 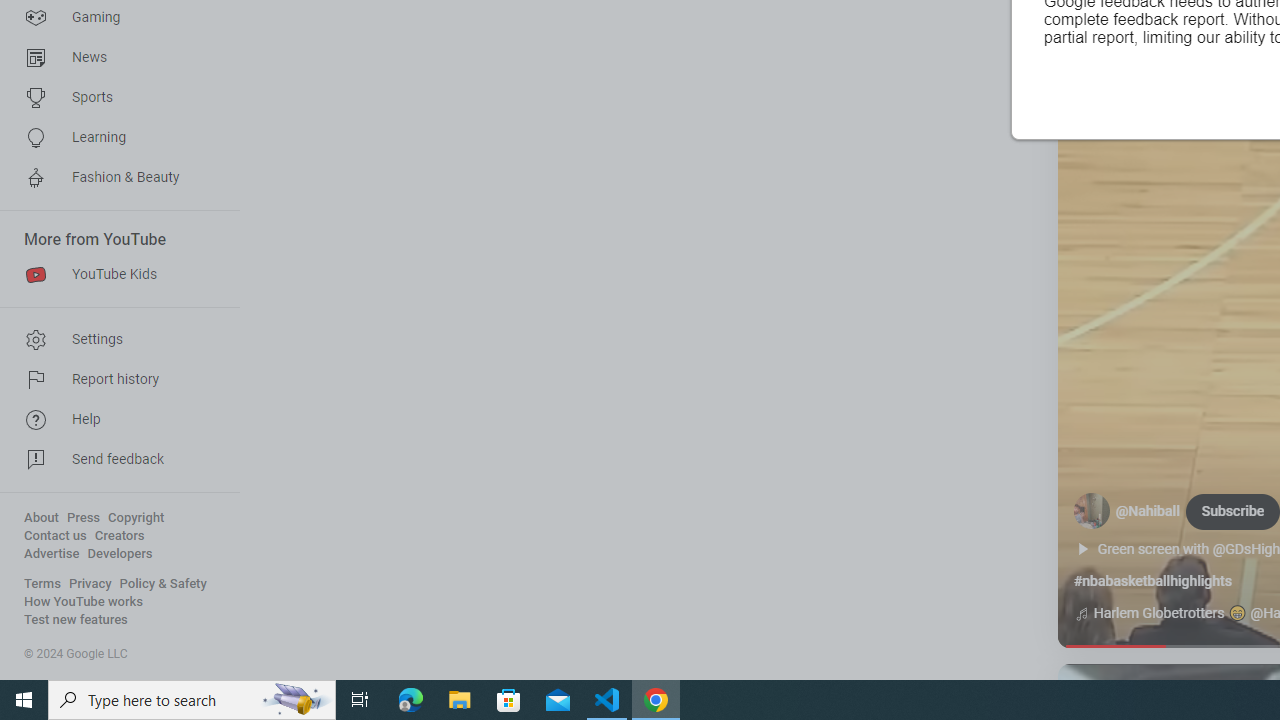 What do you see at coordinates (51, 554) in the screenshot?
I see `'Advertise'` at bounding box center [51, 554].